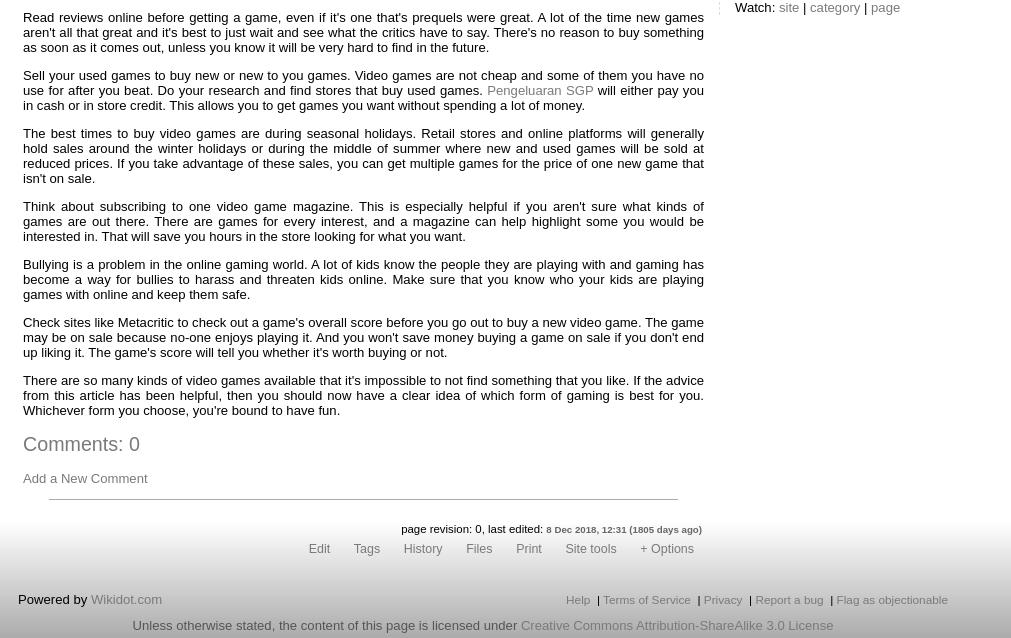  What do you see at coordinates (318, 548) in the screenshot?
I see `'Edit'` at bounding box center [318, 548].